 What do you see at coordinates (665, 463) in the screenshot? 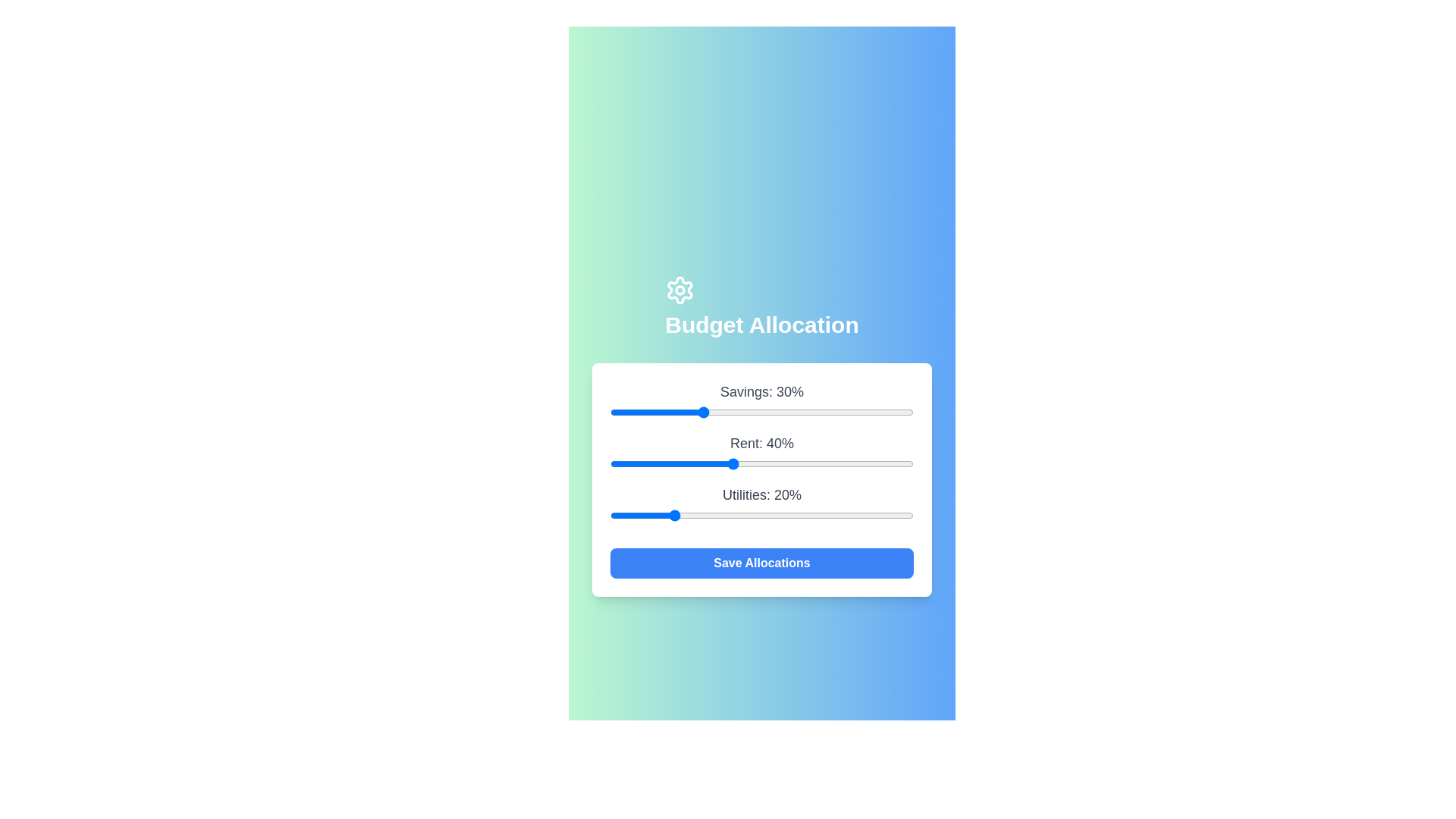
I see `the 'Rent' slider to 18%` at bounding box center [665, 463].